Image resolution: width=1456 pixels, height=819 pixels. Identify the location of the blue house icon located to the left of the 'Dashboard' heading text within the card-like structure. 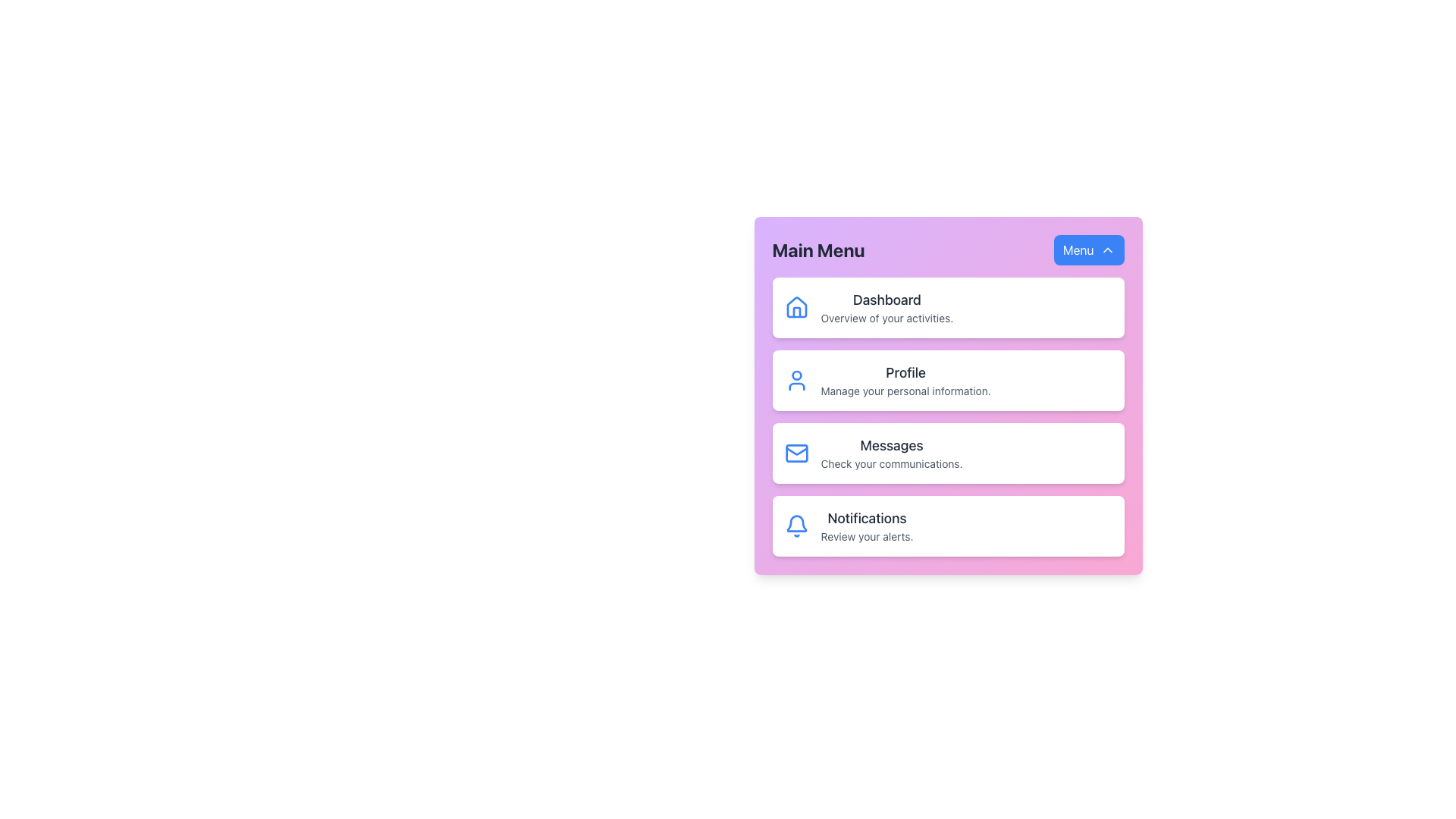
(795, 307).